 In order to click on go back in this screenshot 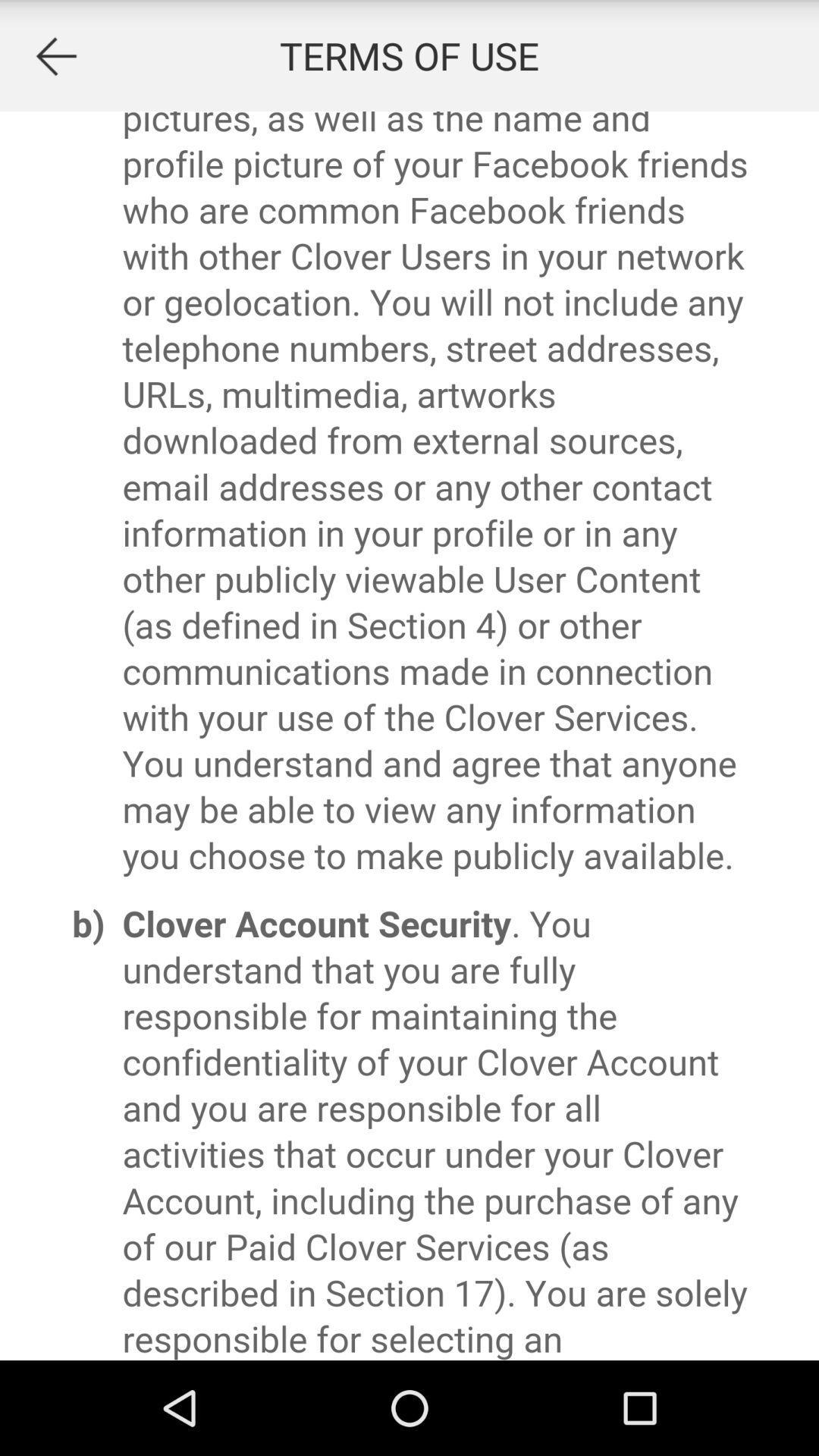, I will do `click(55, 55)`.